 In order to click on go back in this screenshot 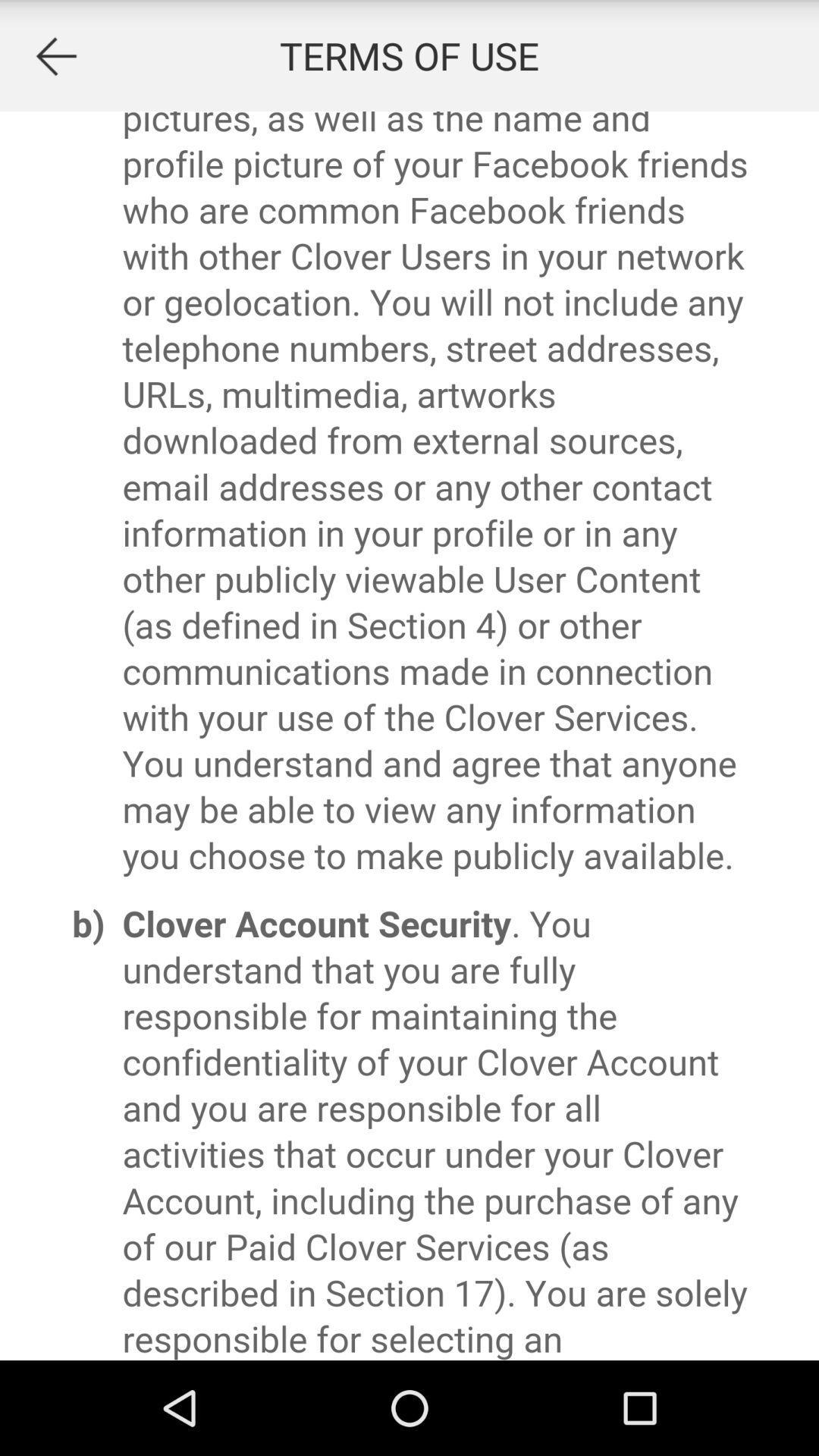, I will do `click(55, 55)`.